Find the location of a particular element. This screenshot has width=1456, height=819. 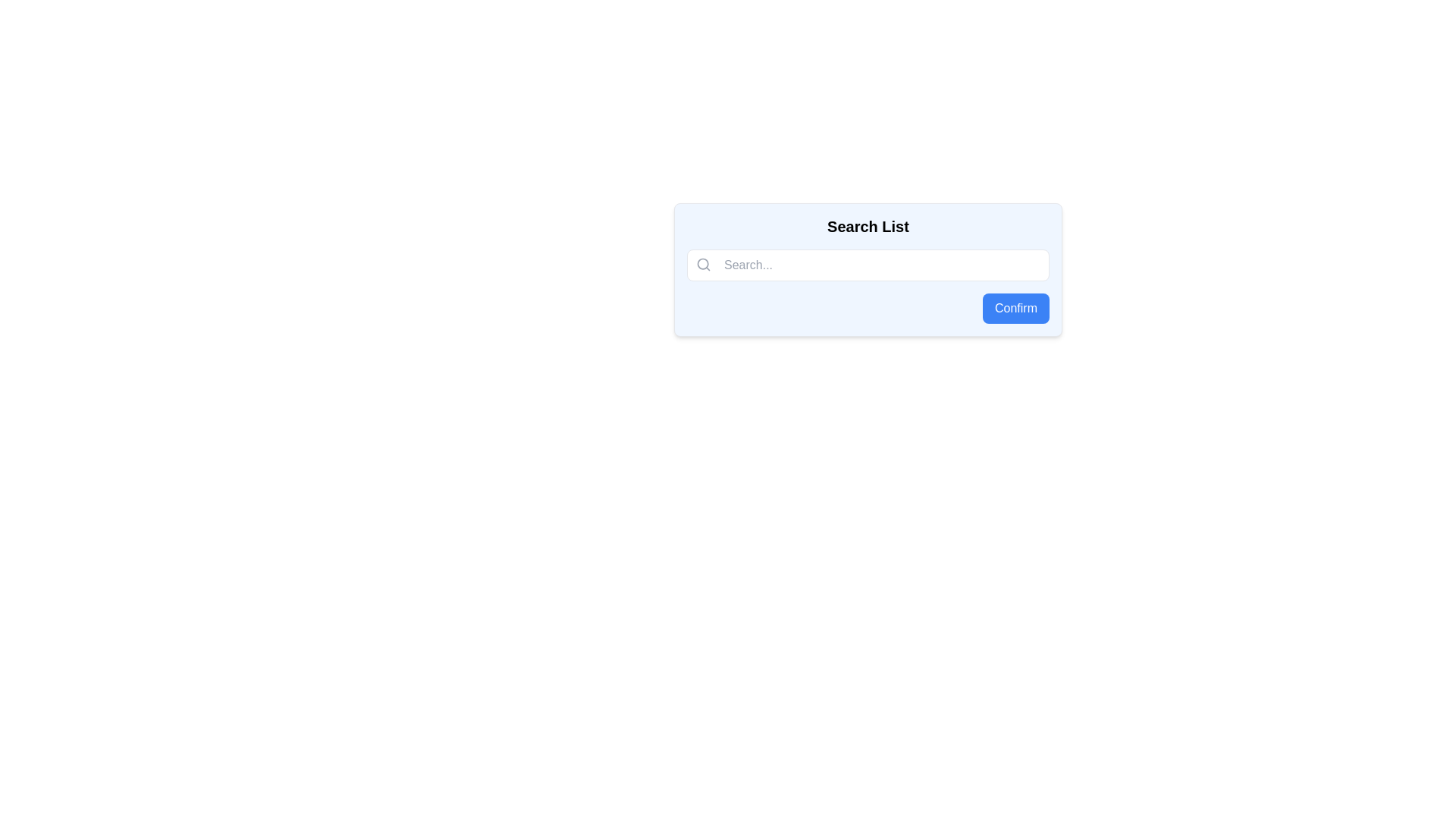

the magnifying glass icon located at the left end of the search bar, next to the placeholder text 'Search...' is located at coordinates (702, 263).